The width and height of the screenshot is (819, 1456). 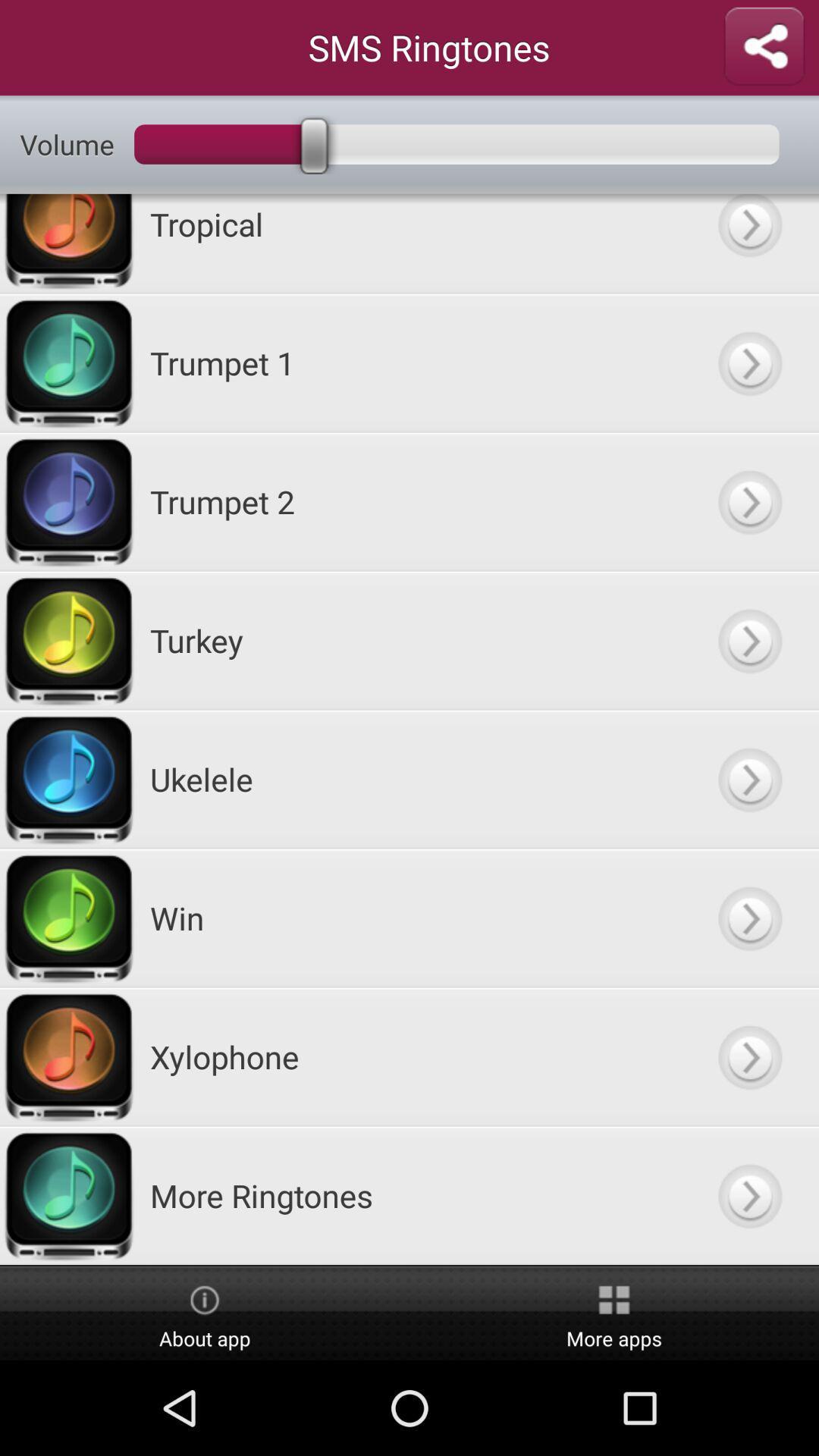 I want to click on go next option, so click(x=748, y=779).